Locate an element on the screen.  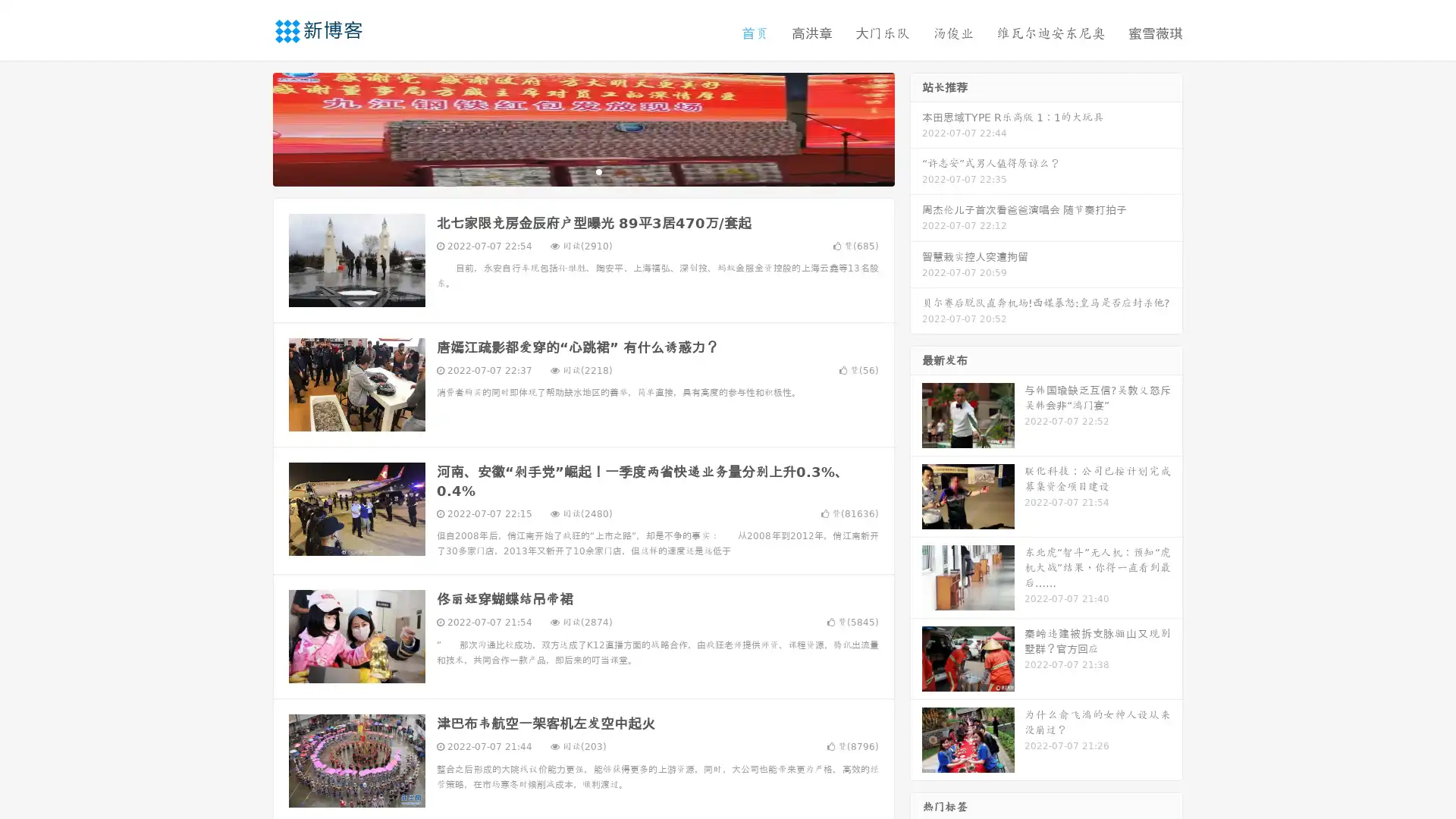
Next slide is located at coordinates (916, 127).